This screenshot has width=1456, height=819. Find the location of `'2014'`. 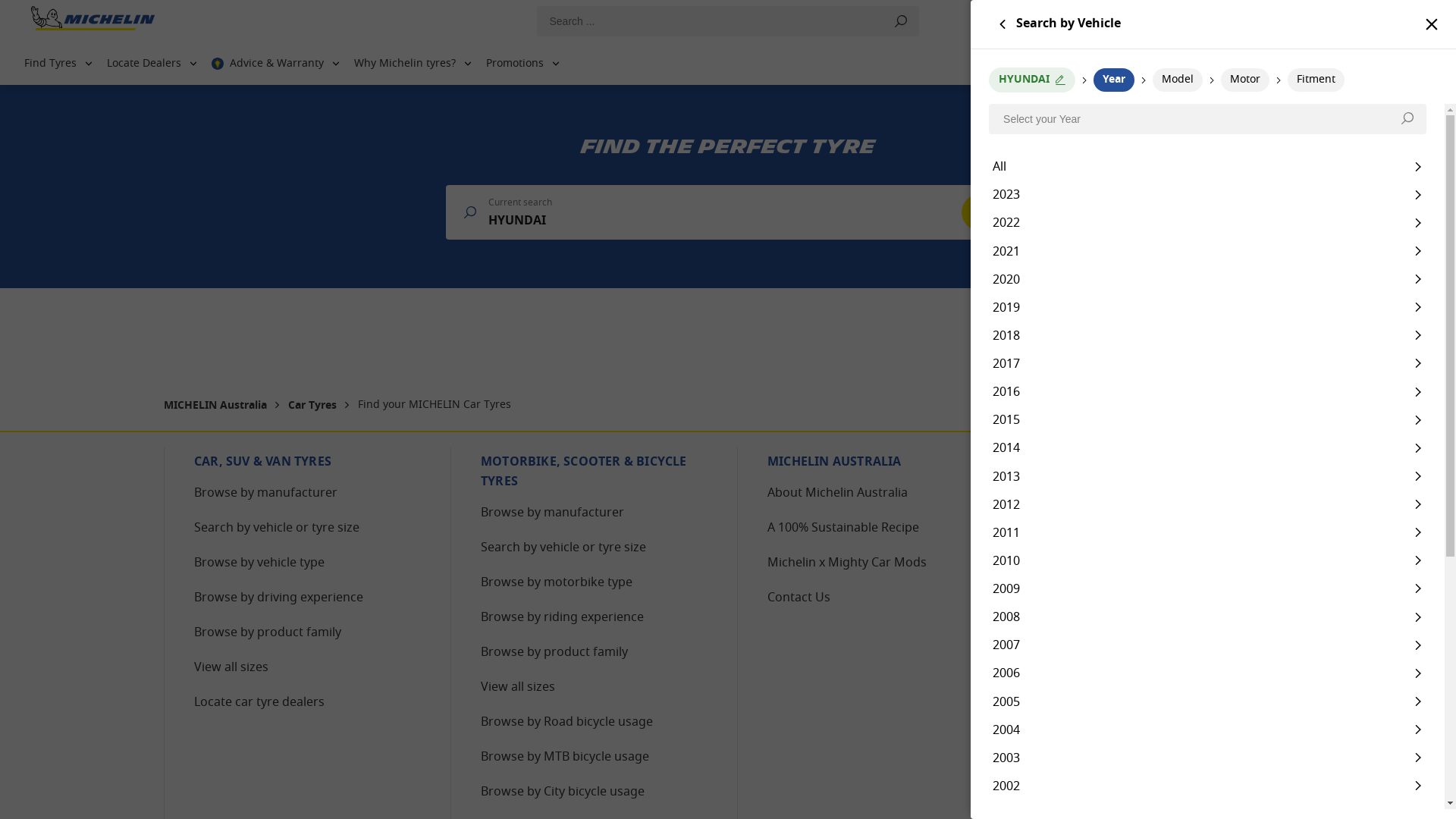

'2014' is located at coordinates (1207, 447).